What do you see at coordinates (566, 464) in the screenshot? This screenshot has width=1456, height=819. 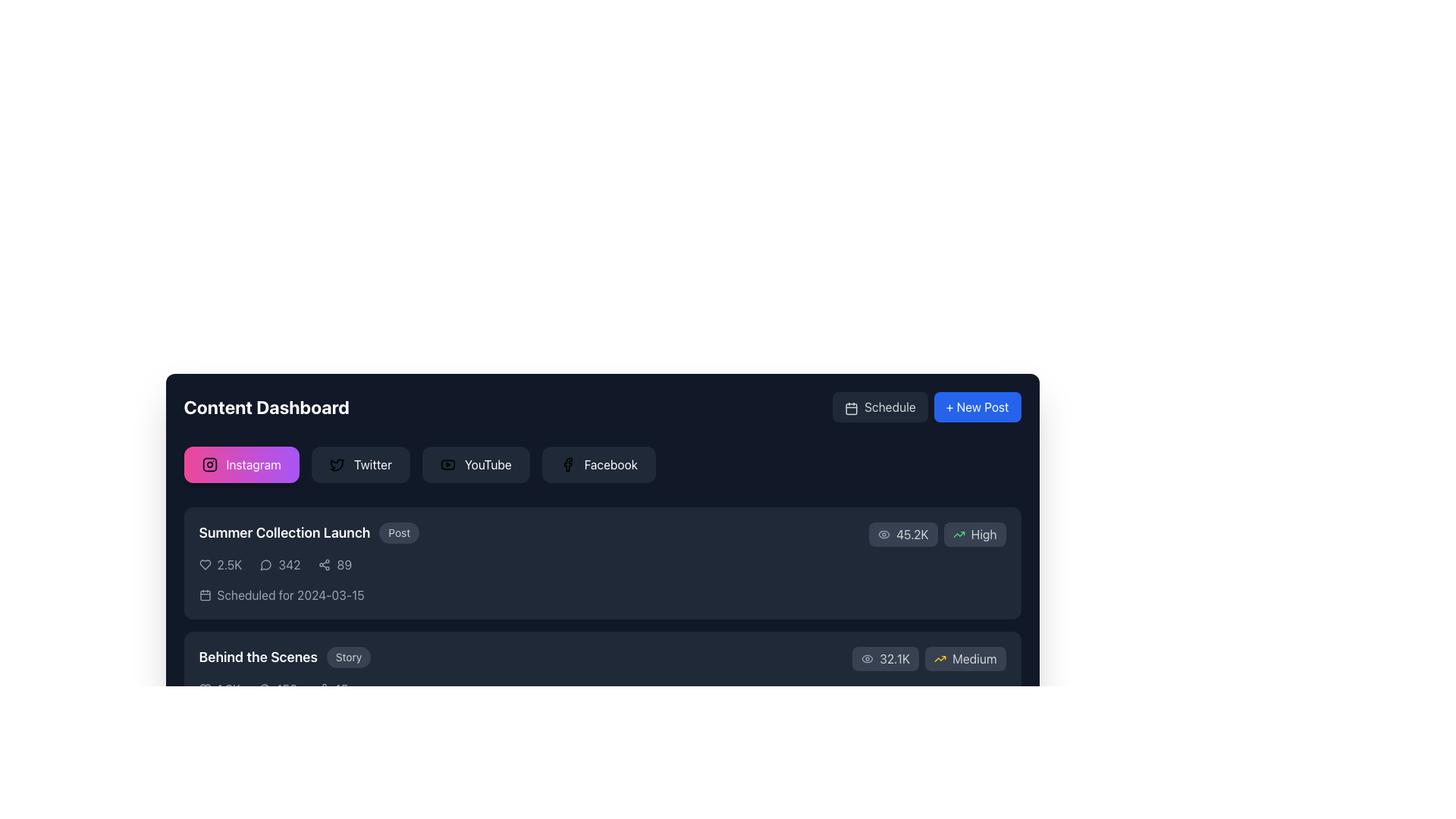 I see `the Facebook icon located inside the Facebook button, which is the fourth button in a horizontal collection of social media buttons` at bounding box center [566, 464].